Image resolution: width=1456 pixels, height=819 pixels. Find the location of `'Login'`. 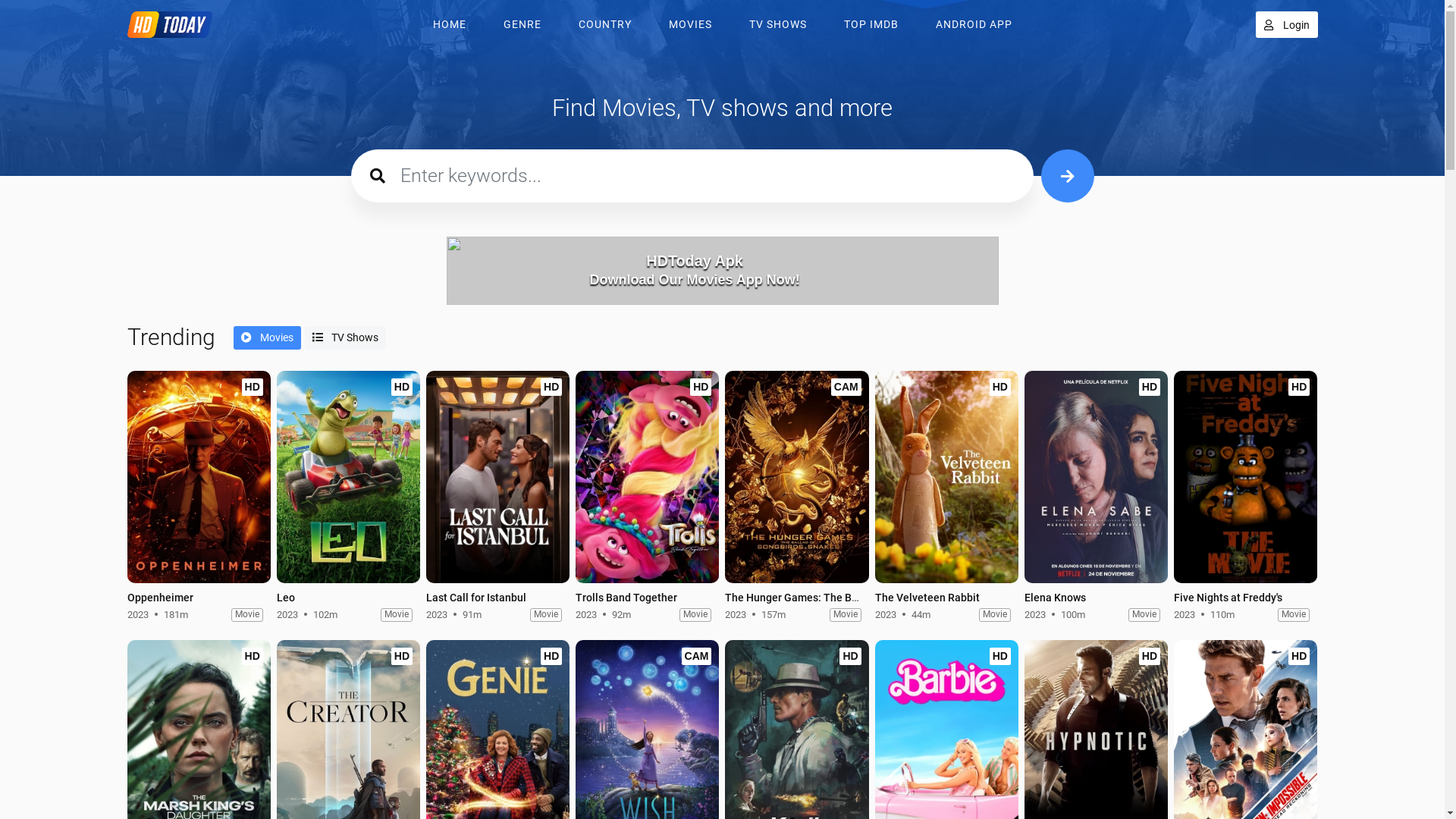

'Login' is located at coordinates (1256, 24).